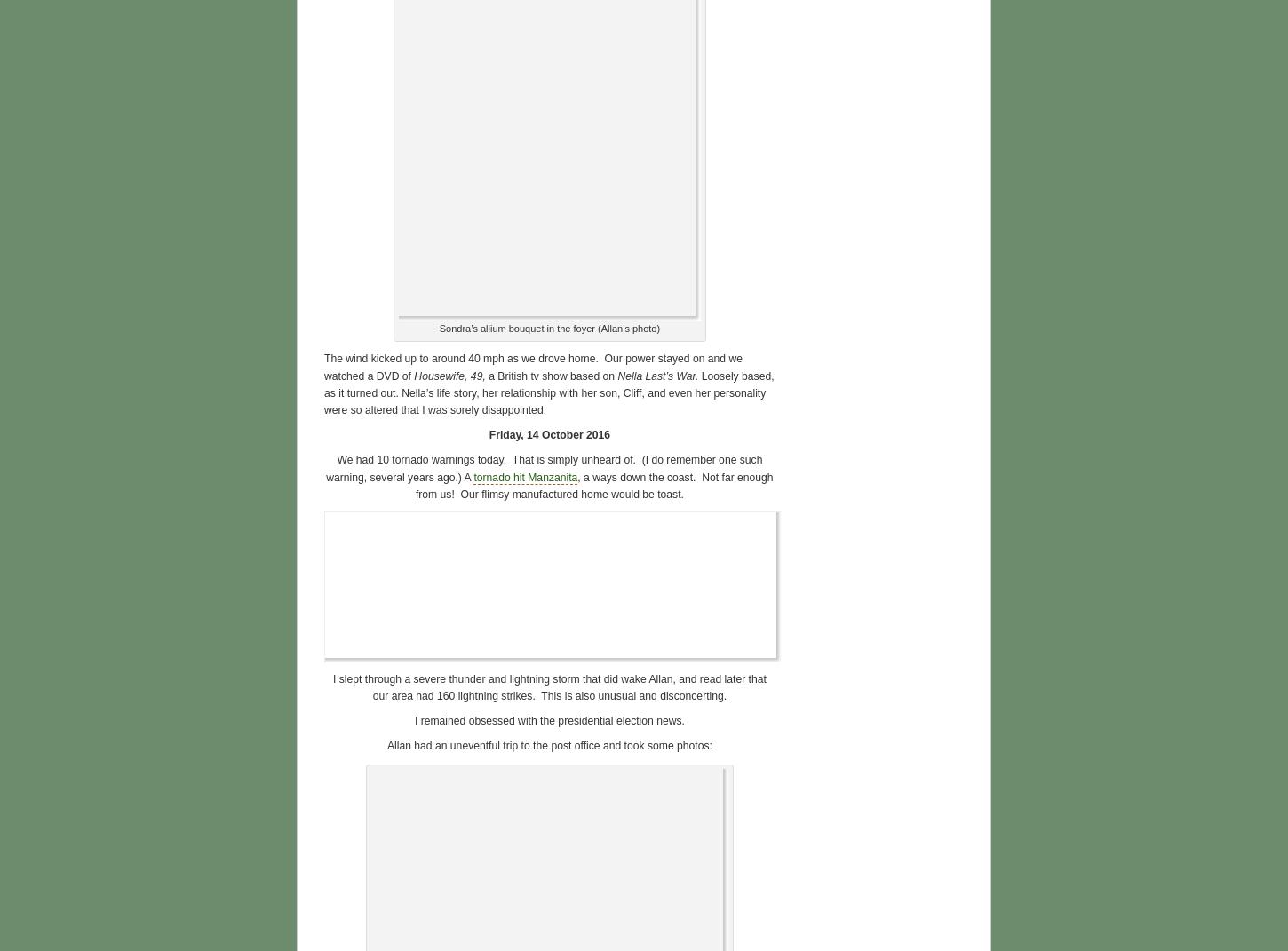 The image size is (1288, 951). Describe the element at coordinates (324, 467) in the screenshot. I see `'We had 10 tornado warnings today.  That is simply unheard of.  (I do remember one such warning, several years ago.) A'` at that location.